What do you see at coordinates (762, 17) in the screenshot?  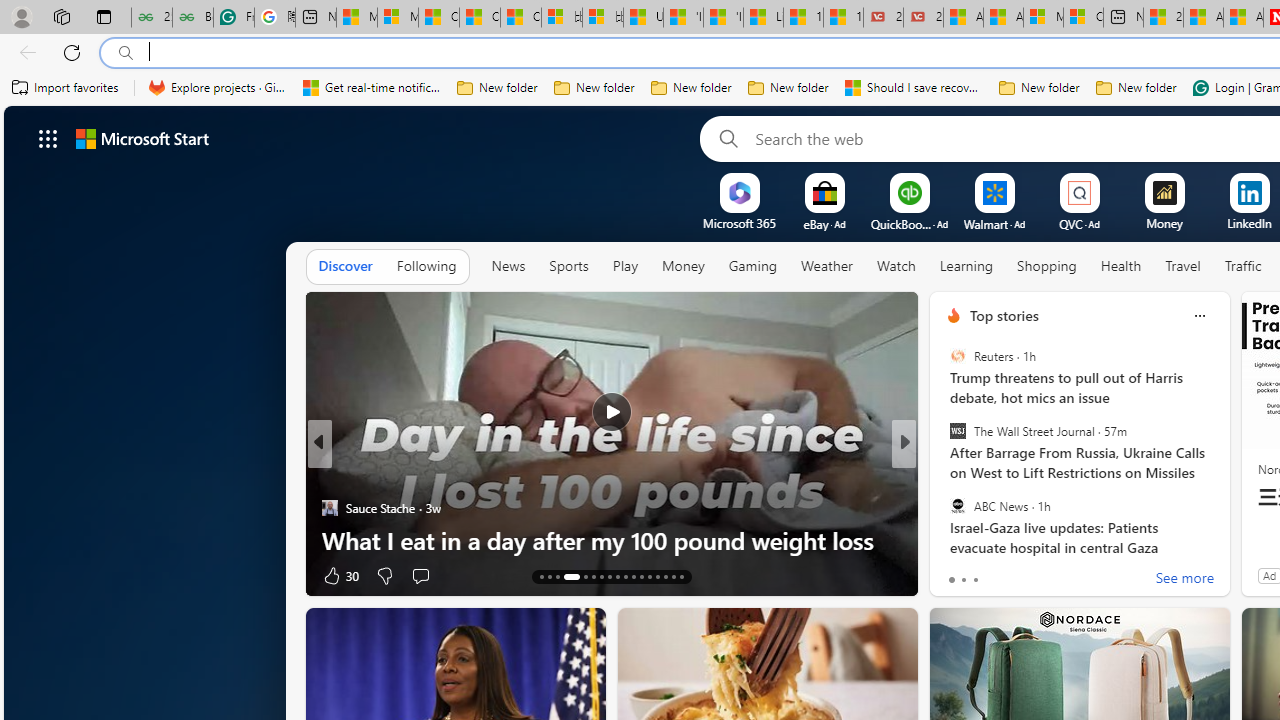 I see `'Lifestyle - MSN'` at bounding box center [762, 17].